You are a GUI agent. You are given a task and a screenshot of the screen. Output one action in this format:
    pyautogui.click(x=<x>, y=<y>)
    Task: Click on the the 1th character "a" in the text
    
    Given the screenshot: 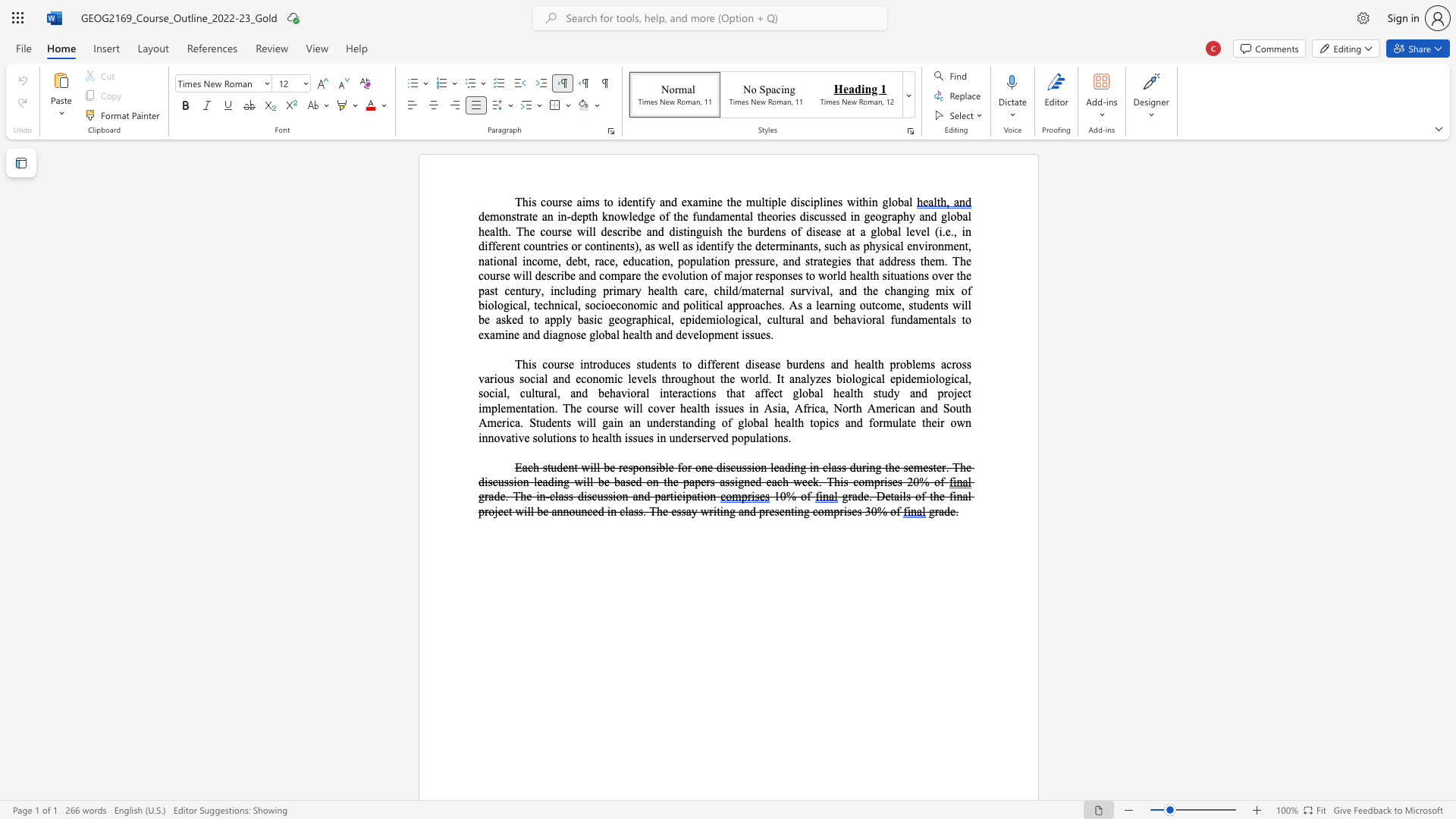 What is the action you would take?
    pyautogui.click(x=648, y=245)
    